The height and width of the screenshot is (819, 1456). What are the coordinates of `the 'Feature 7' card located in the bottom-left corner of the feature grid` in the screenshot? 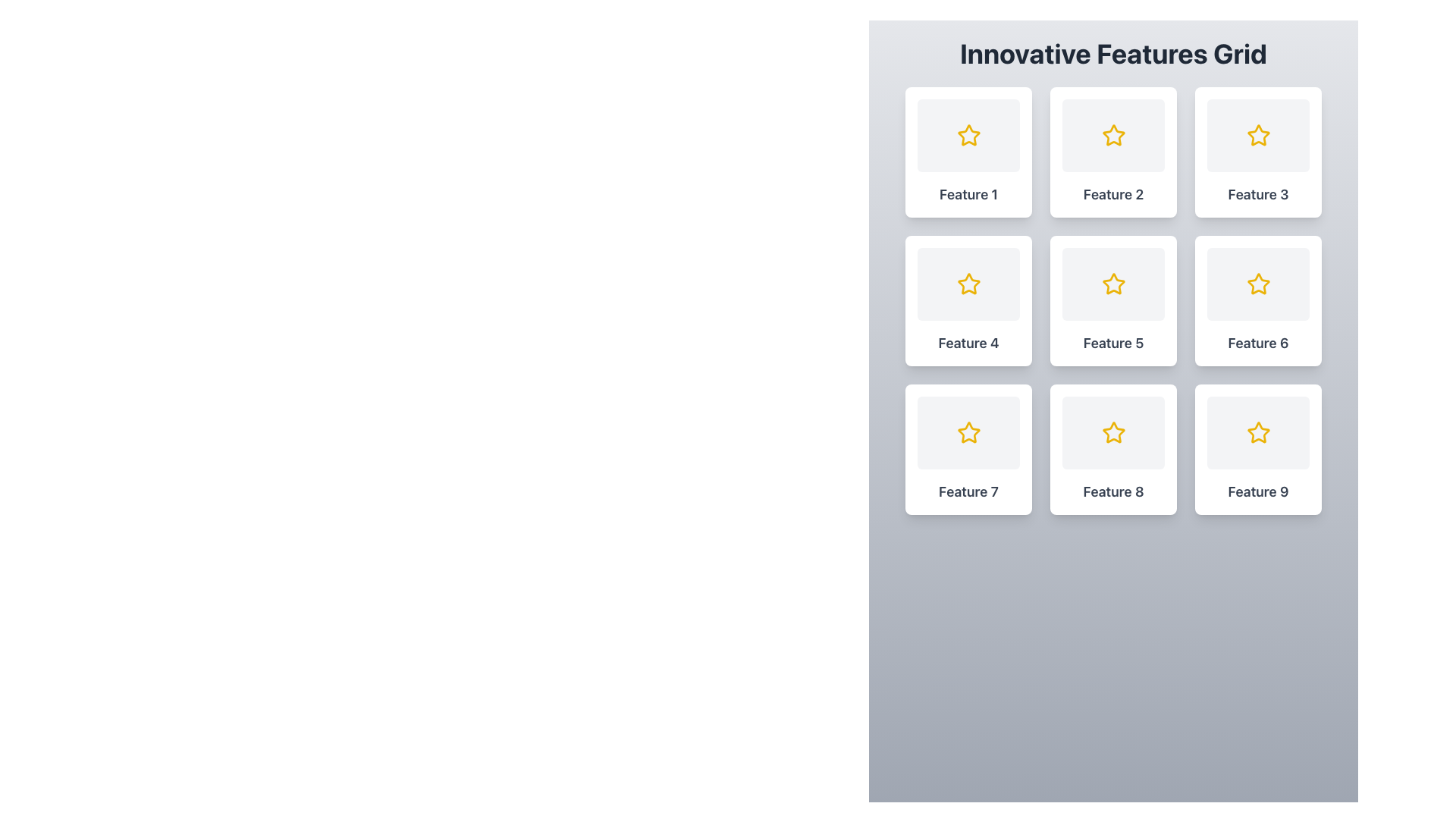 It's located at (968, 449).